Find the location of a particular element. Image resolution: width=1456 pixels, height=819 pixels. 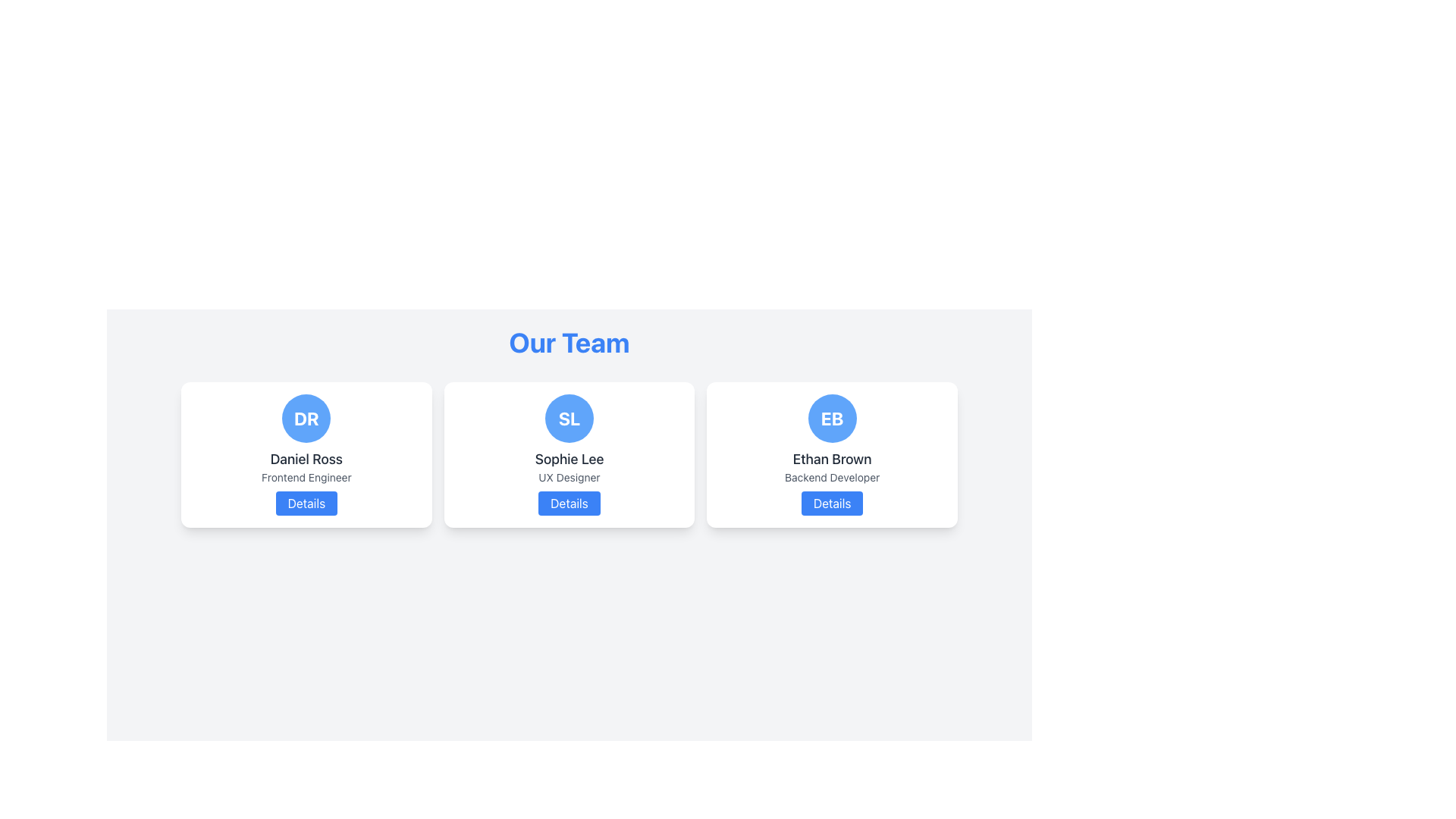

the button located in the card for 'Daniel Ross' beneath the role description 'Frontend Engineer' is located at coordinates (306, 503).